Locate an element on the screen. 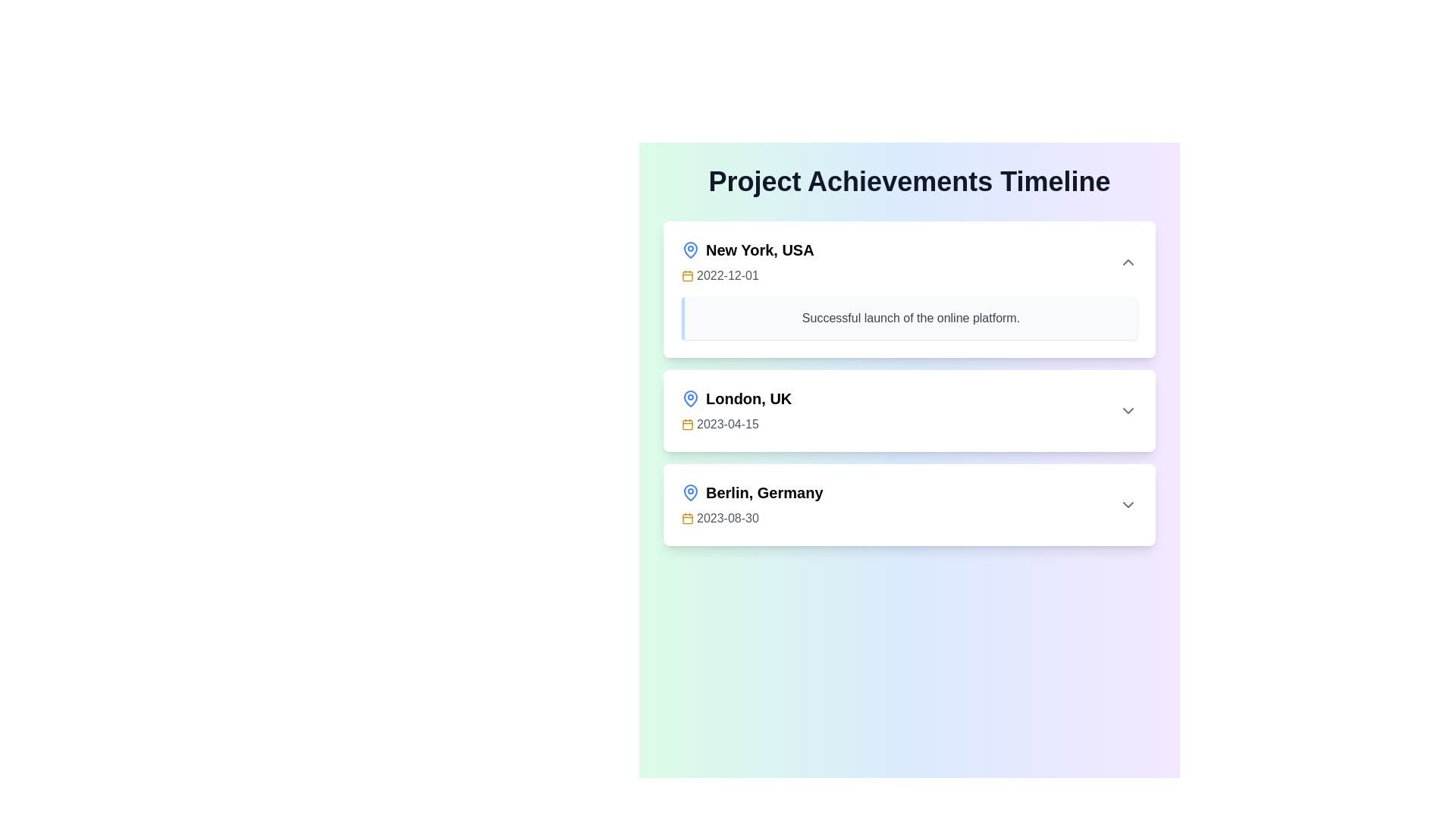 Image resolution: width=1456 pixels, height=819 pixels. text content from the third entry in the vertical list of locations and dates, which includes an icon indicating a location and its associated date is located at coordinates (752, 505).